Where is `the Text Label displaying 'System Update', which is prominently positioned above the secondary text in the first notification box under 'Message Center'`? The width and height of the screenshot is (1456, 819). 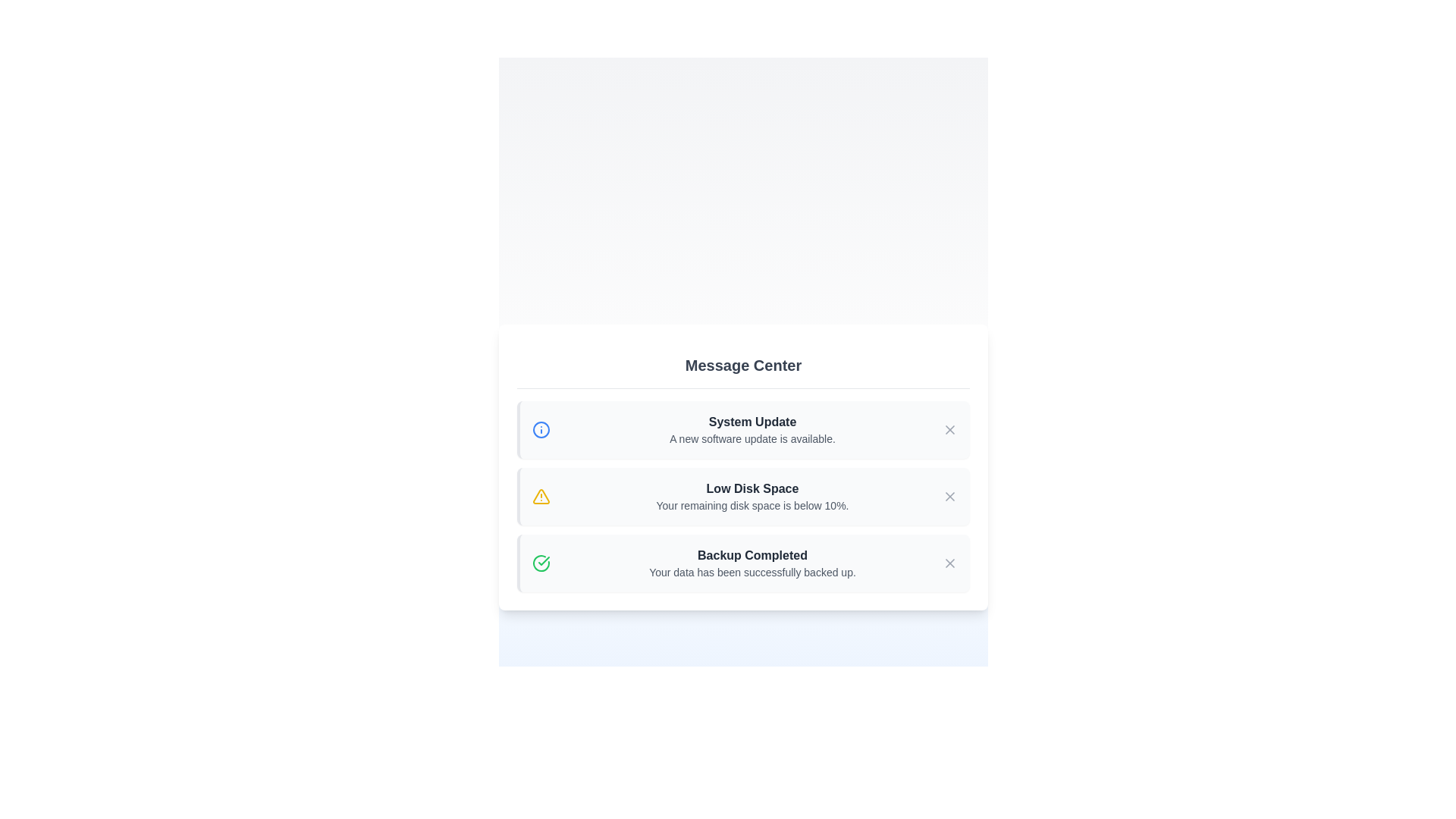 the Text Label displaying 'System Update', which is prominently positioned above the secondary text in the first notification box under 'Message Center' is located at coordinates (752, 422).